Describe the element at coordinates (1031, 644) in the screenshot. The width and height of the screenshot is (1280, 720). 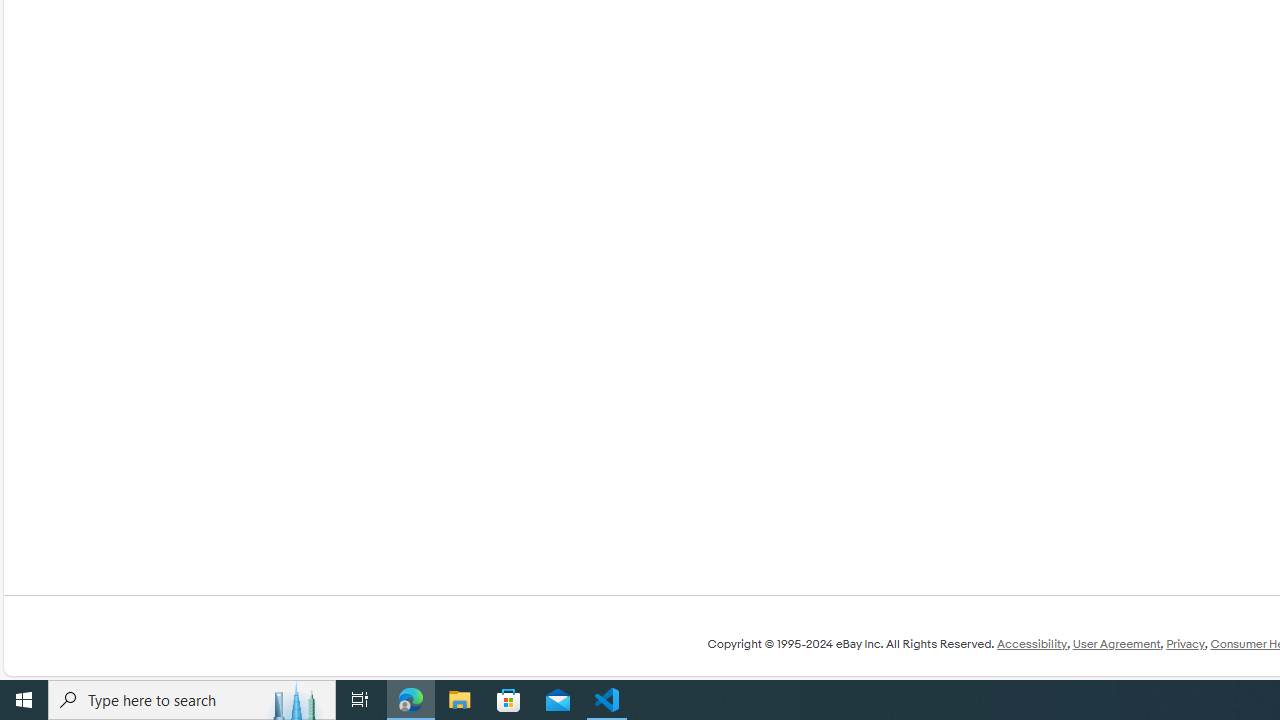
I see `'Accessibility'` at that location.